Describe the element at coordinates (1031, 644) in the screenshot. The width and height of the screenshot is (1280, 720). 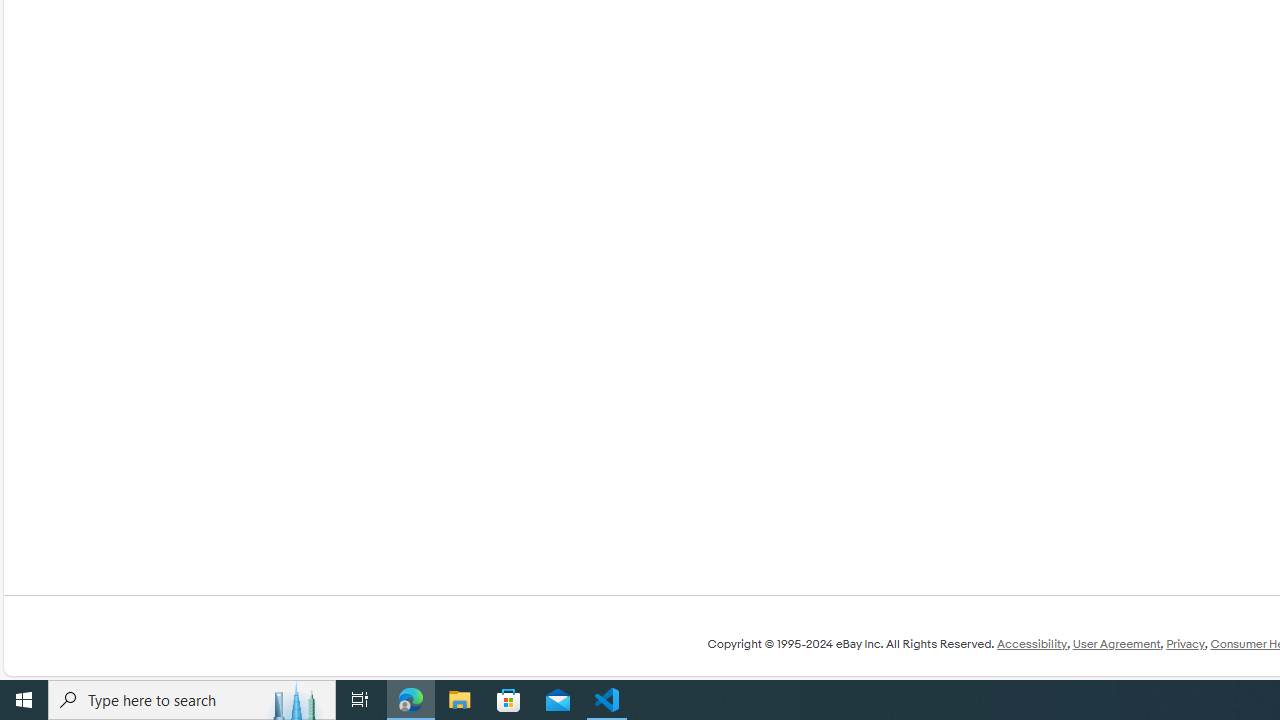
I see `'Accessibility'` at that location.